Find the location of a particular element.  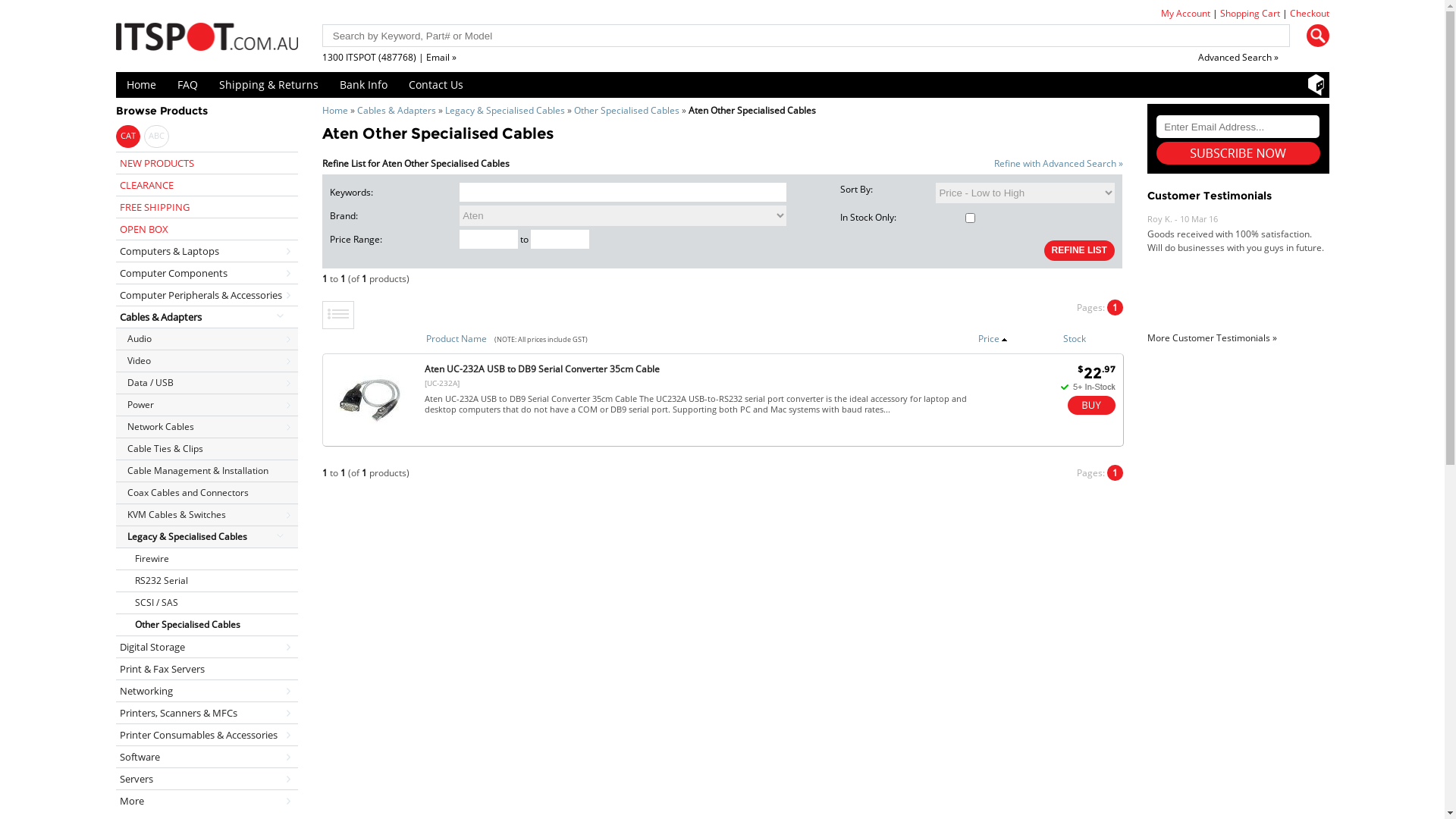

'Contact Us' is located at coordinates (397, 84).